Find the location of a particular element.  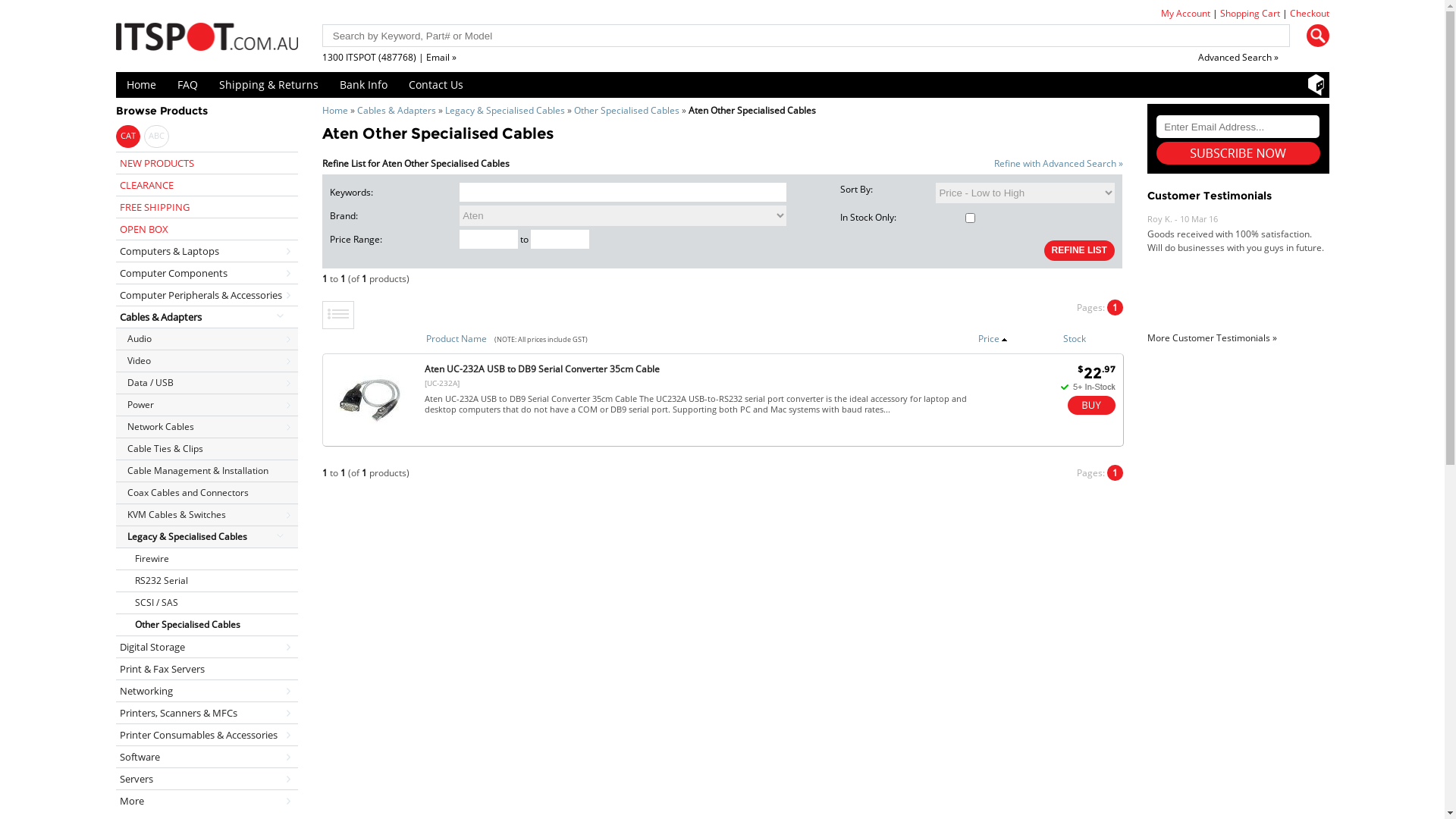

'Contact Us' is located at coordinates (397, 84).